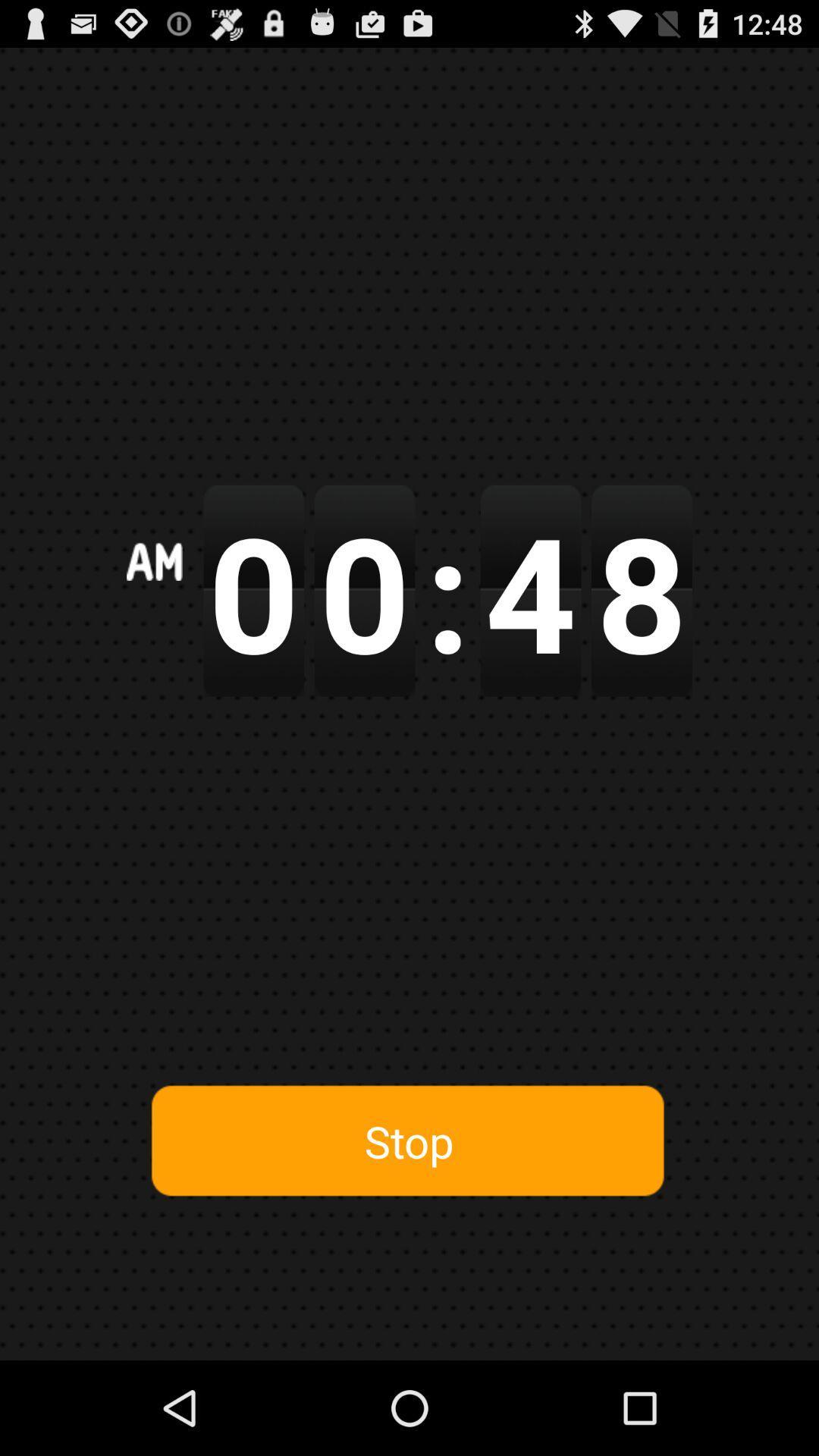  Describe the element at coordinates (408, 1141) in the screenshot. I see `button at the bottom` at that location.